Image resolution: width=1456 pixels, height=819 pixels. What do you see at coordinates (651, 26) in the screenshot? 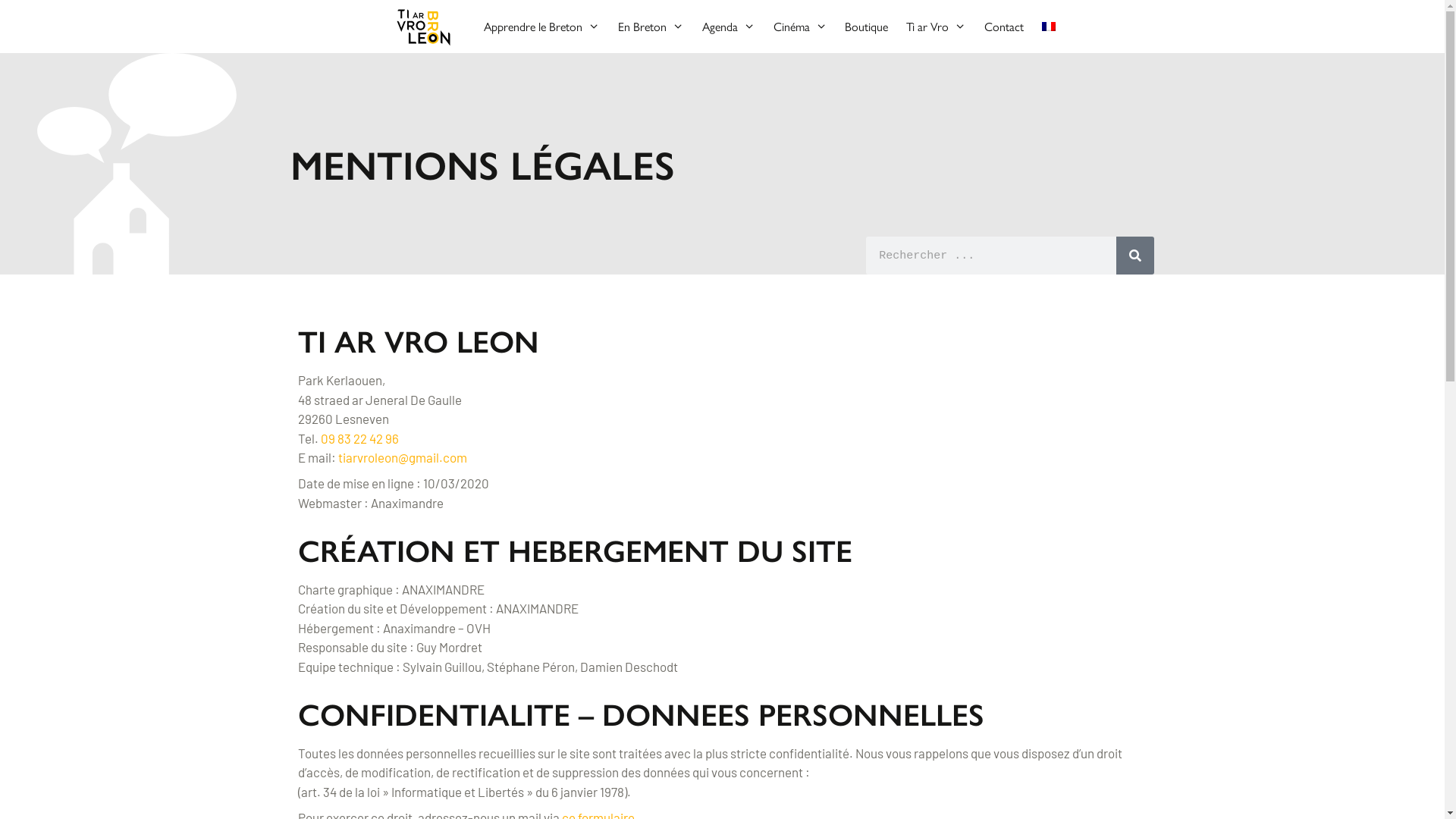
I see `'En Breton'` at bounding box center [651, 26].